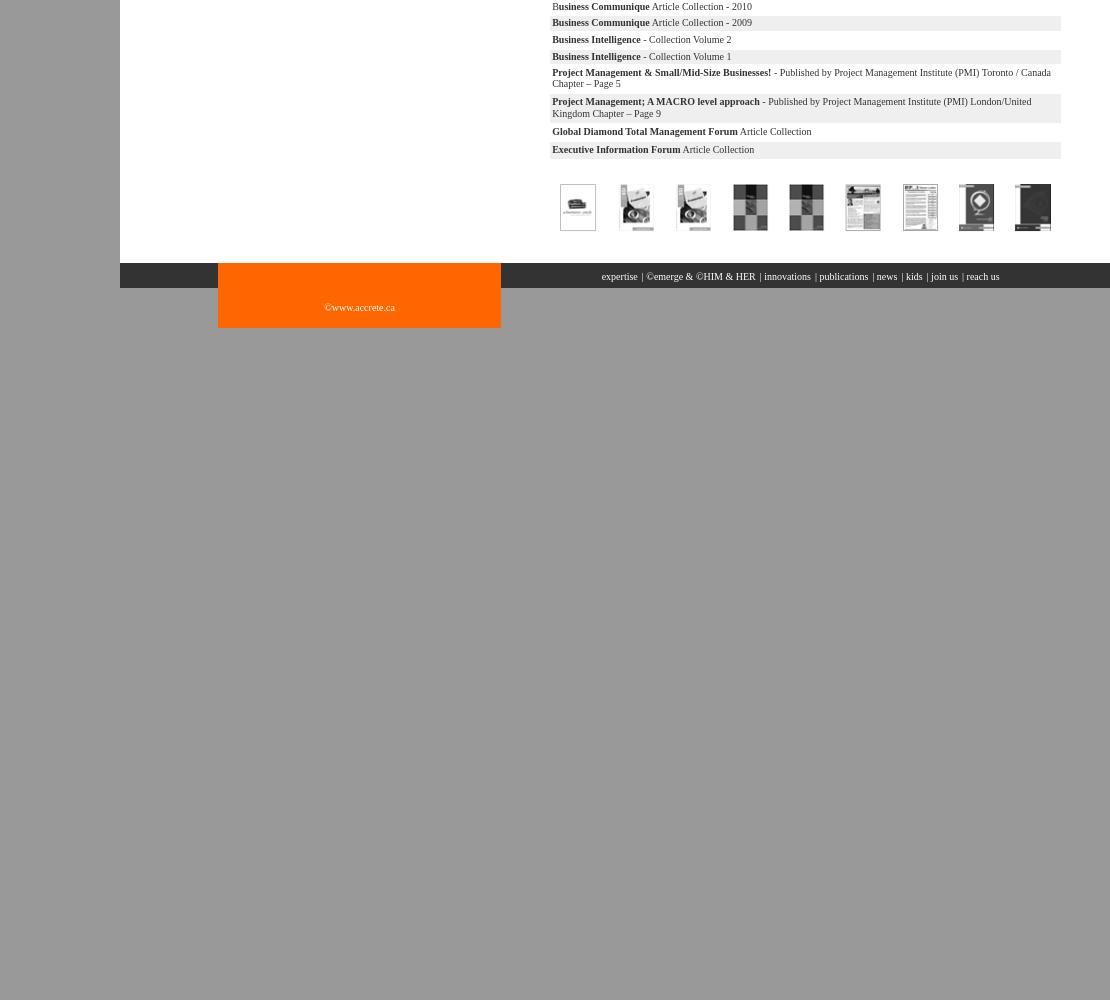 Image resolution: width=1110 pixels, height=1000 pixels. I want to click on 'innovations', so click(786, 276).